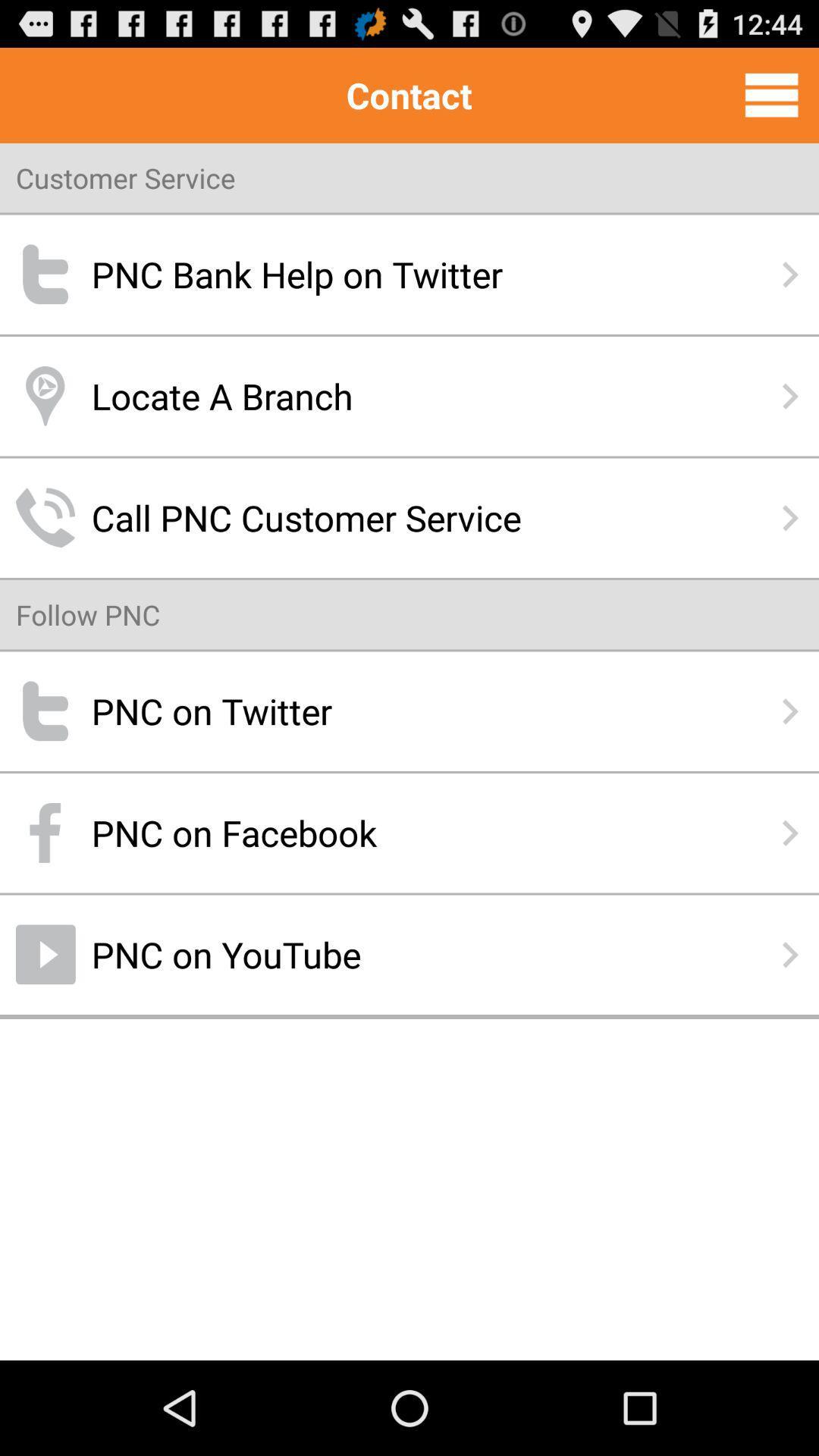  What do you see at coordinates (409, 518) in the screenshot?
I see `the item above follow pnc item` at bounding box center [409, 518].